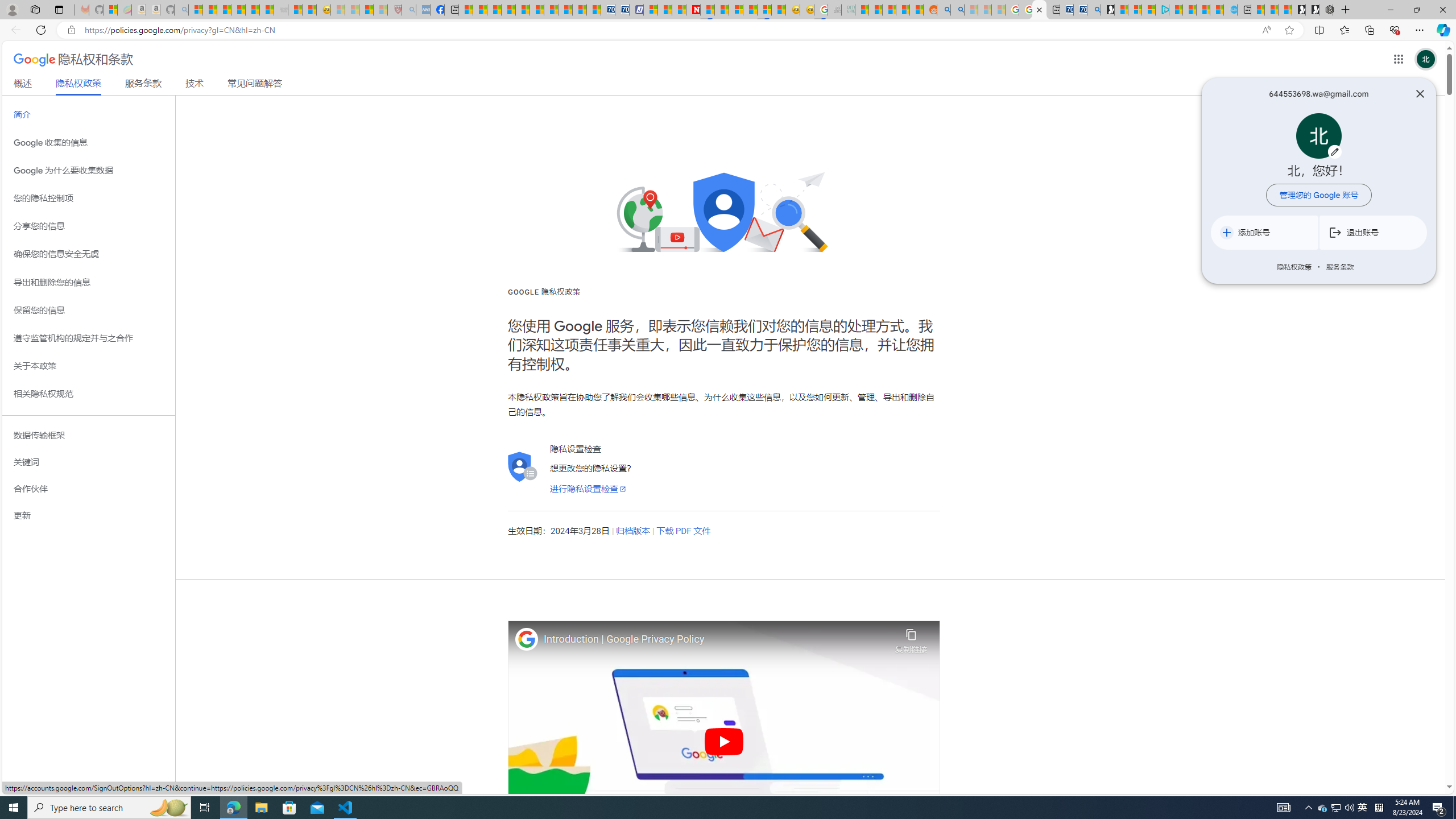  What do you see at coordinates (693, 9) in the screenshot?
I see `'Newsweek - News, Analysis, Politics, Business, Technology'` at bounding box center [693, 9].